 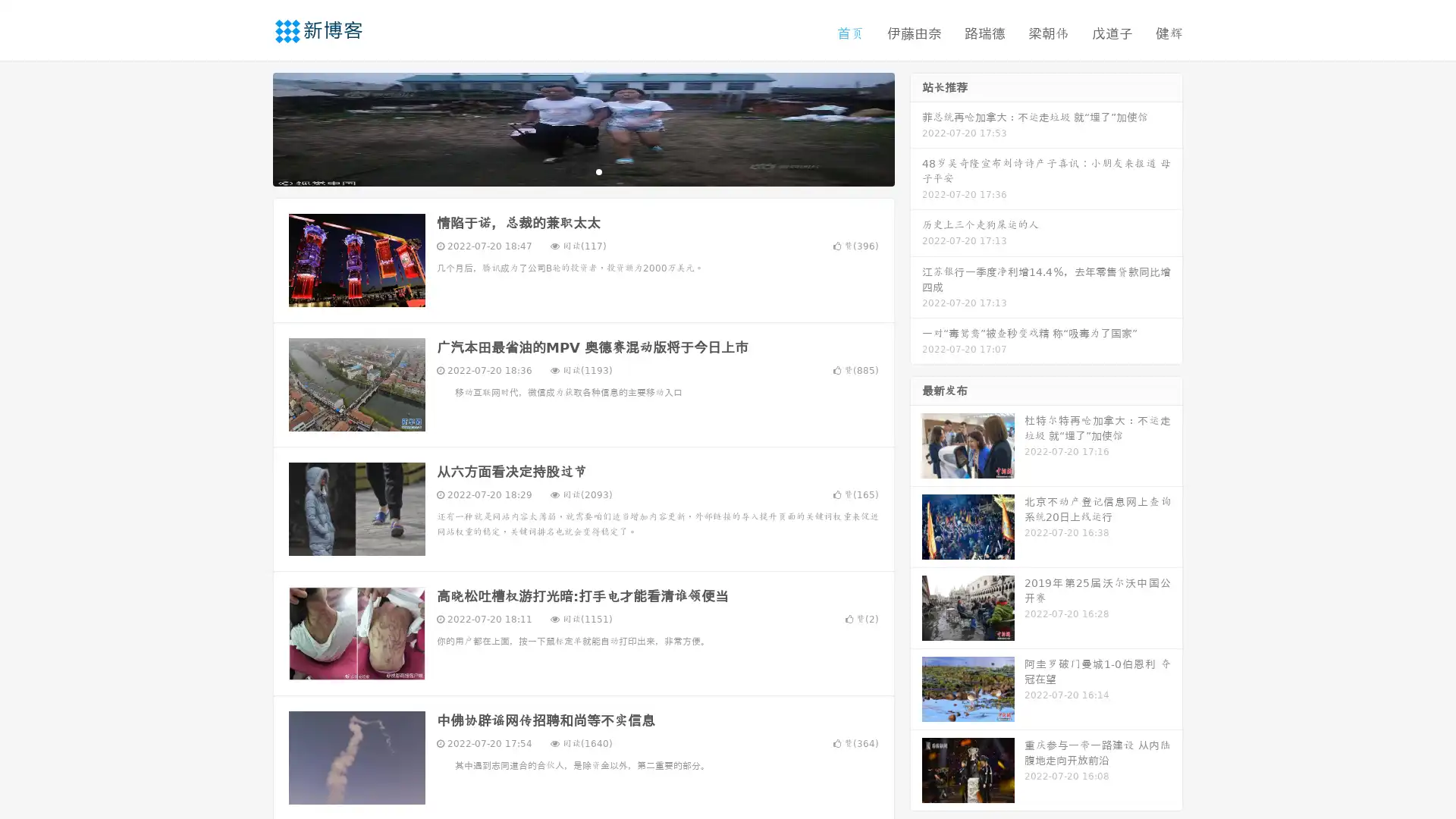 What do you see at coordinates (916, 127) in the screenshot?
I see `Next slide` at bounding box center [916, 127].